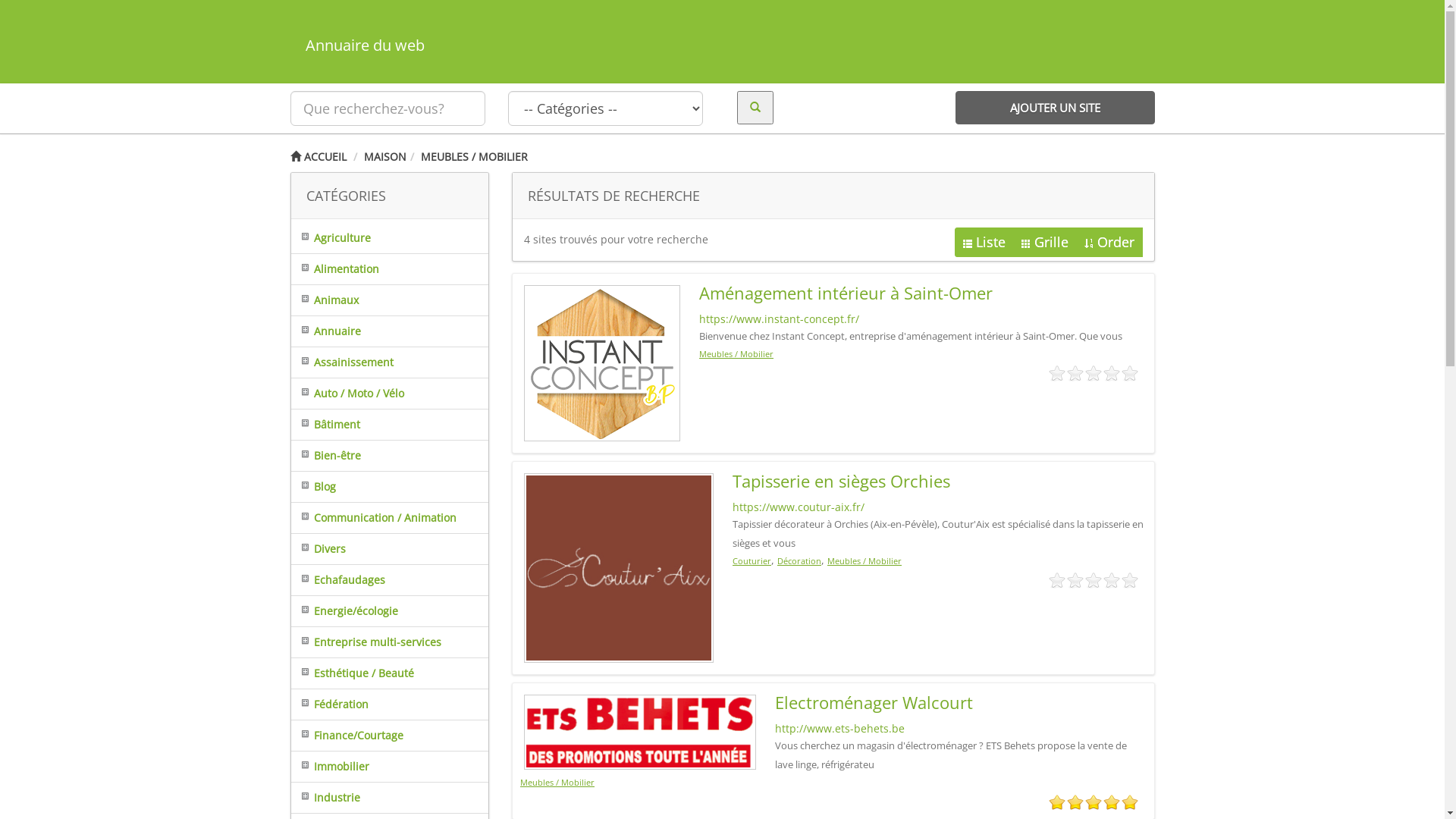  Describe the element at coordinates (385, 156) in the screenshot. I see `'MAISON'` at that location.